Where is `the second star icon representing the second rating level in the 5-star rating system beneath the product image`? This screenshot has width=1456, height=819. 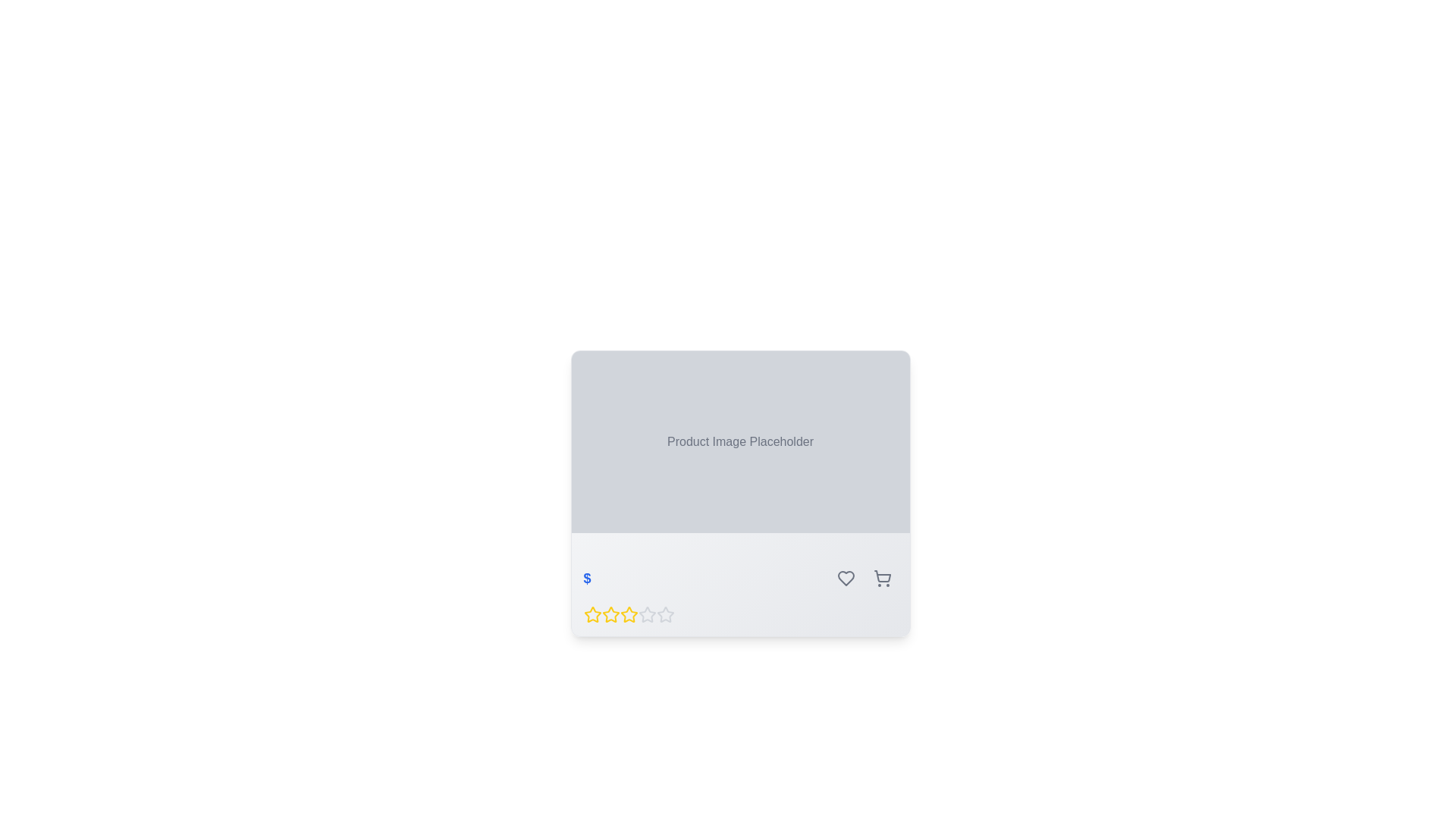
the second star icon representing the second rating level in the 5-star rating system beneath the product image is located at coordinates (629, 614).